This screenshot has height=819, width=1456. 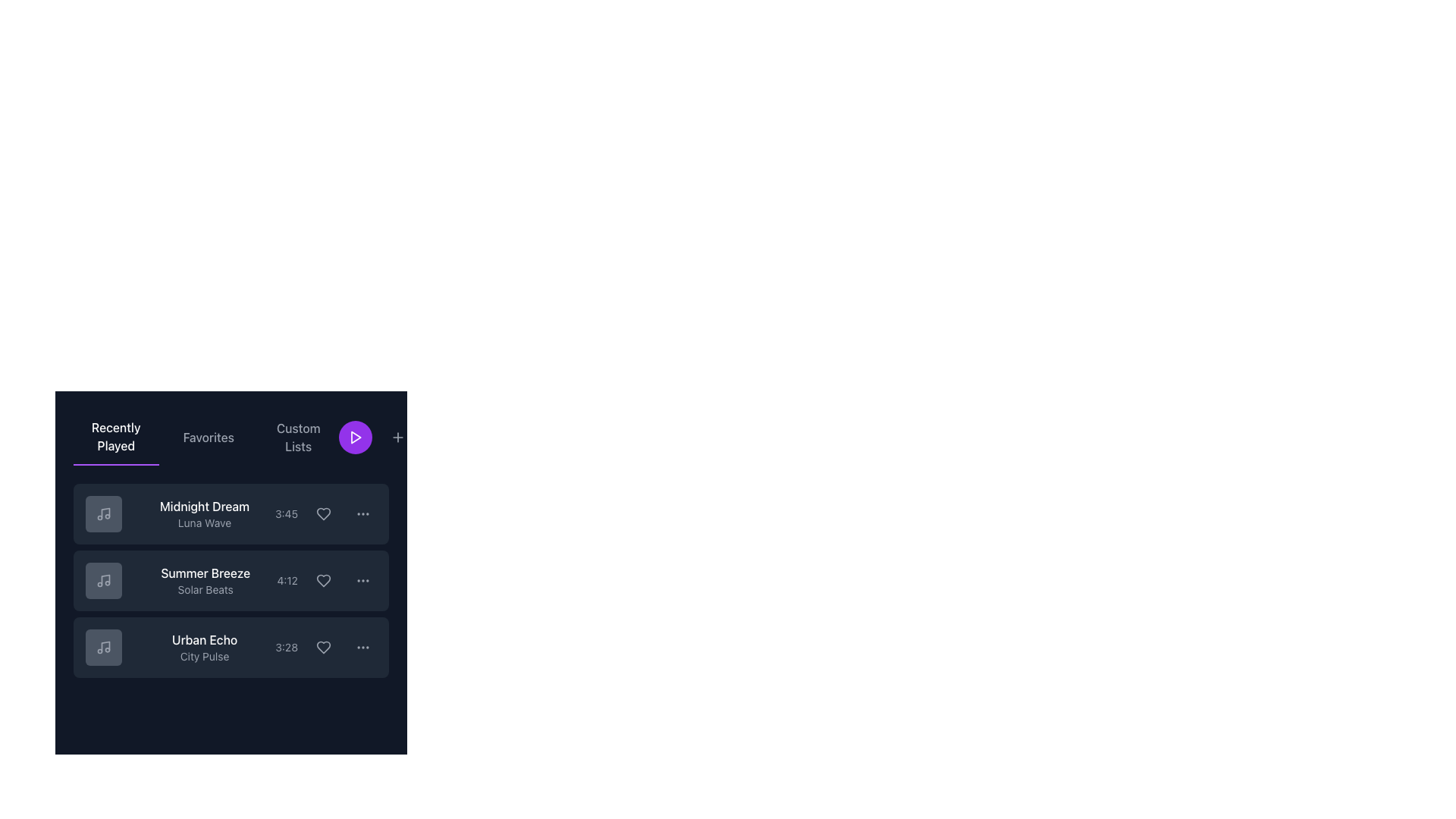 What do you see at coordinates (325, 513) in the screenshot?
I see `the heart icon button located in the second list item of the 'Recently Played' section` at bounding box center [325, 513].